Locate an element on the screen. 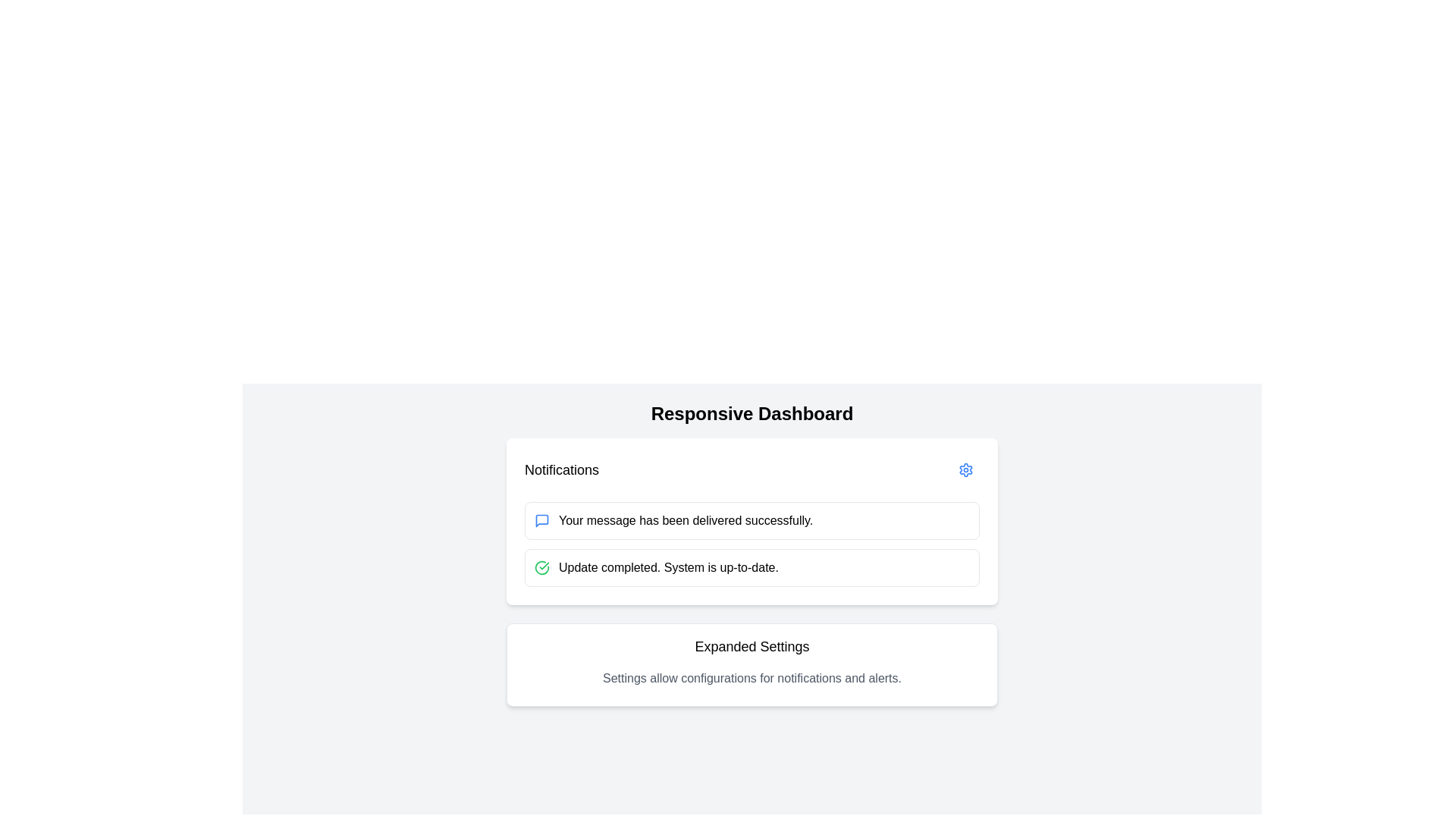  the static text providing descriptive information about the 'Expanded Settings' section, which is positioned below the 'Expanded Settings' heading within a white rectangular box is located at coordinates (752, 677).